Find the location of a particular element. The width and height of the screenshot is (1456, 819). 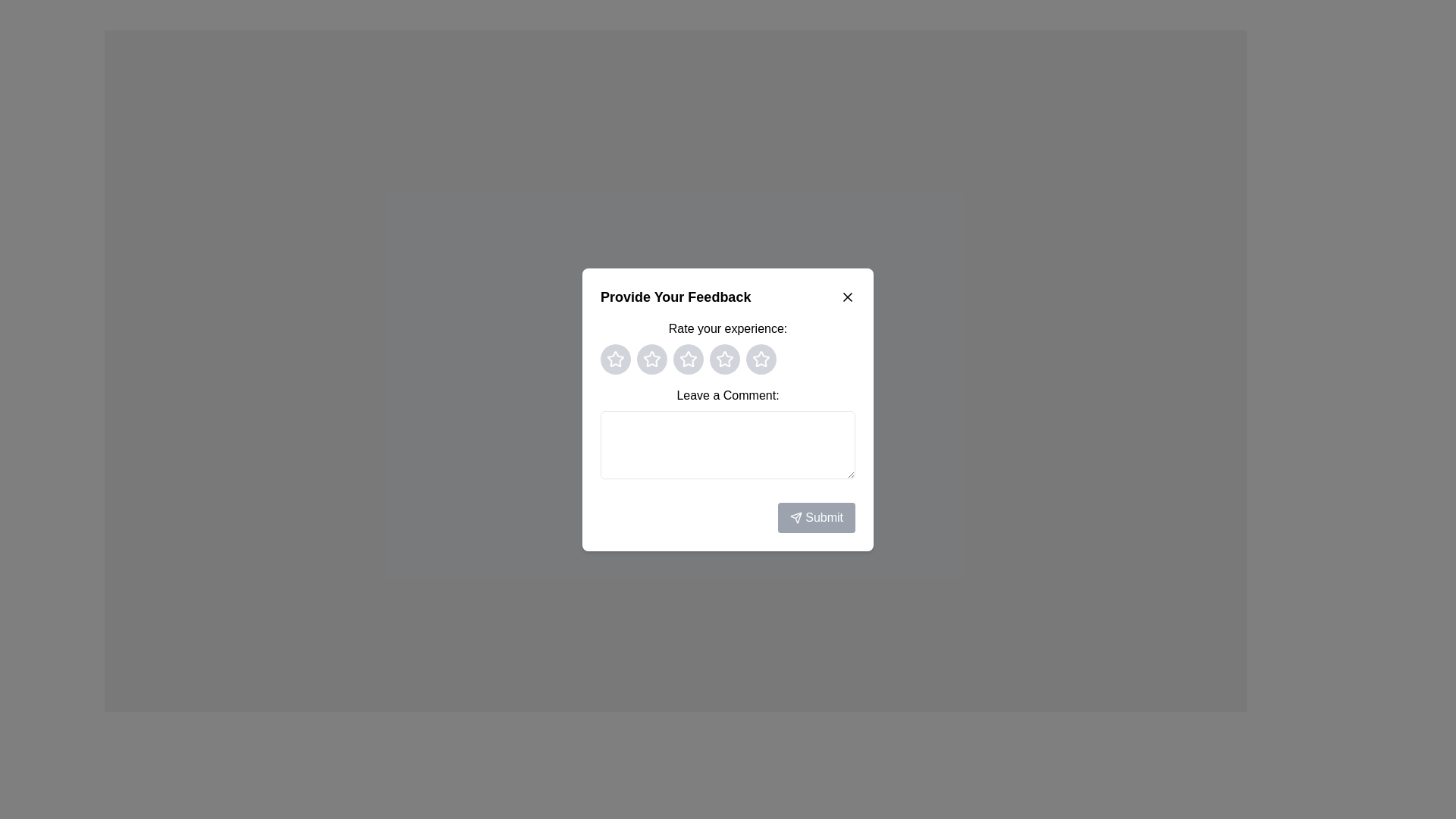

the first star icon in the feedback rating system is located at coordinates (651, 359).